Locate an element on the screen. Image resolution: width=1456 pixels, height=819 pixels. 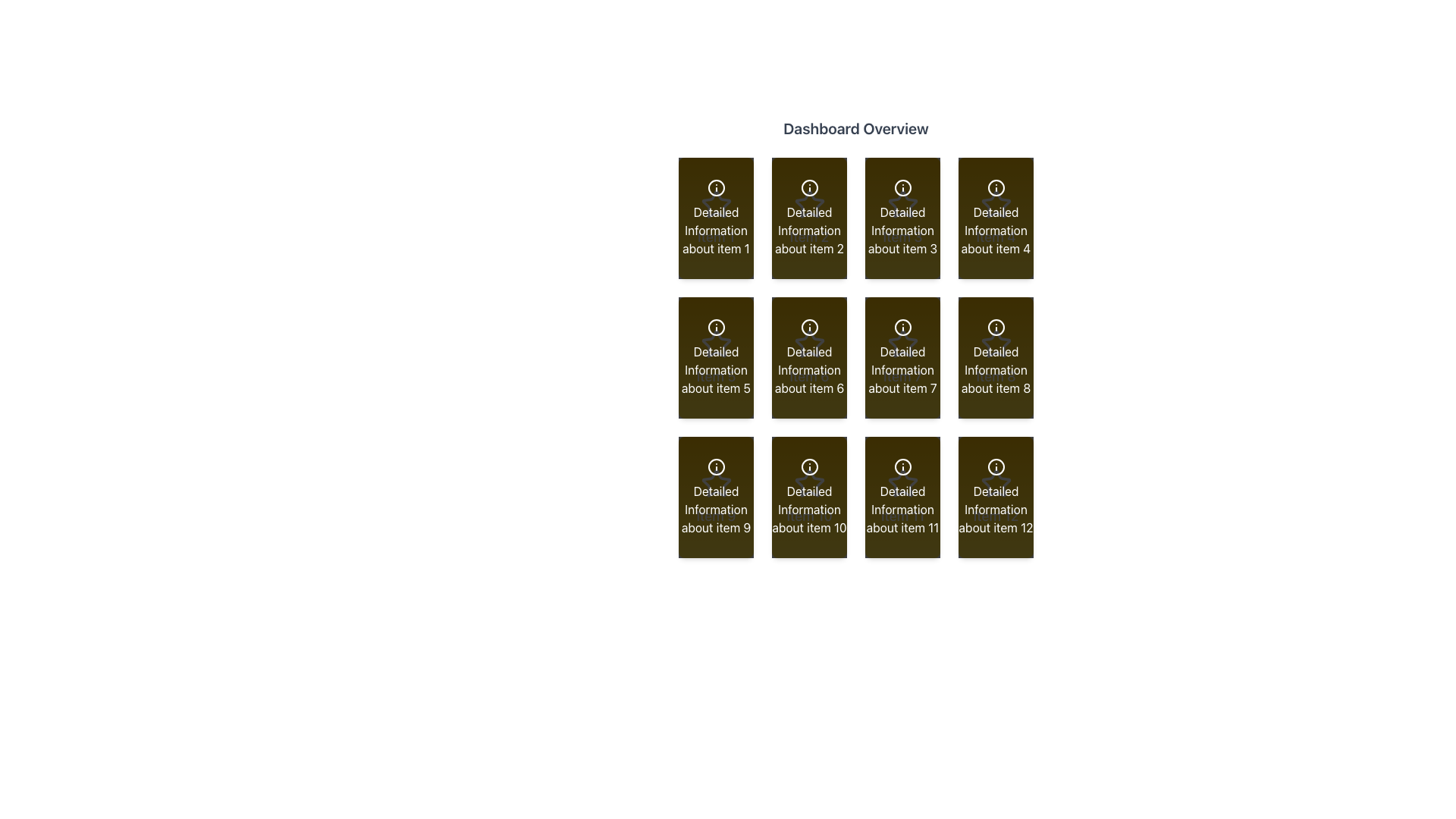
the Text Label displaying 'Detailed Information about item 3' with a dark brown background and white text, located in the first row and third column of the grid layout is located at coordinates (902, 231).